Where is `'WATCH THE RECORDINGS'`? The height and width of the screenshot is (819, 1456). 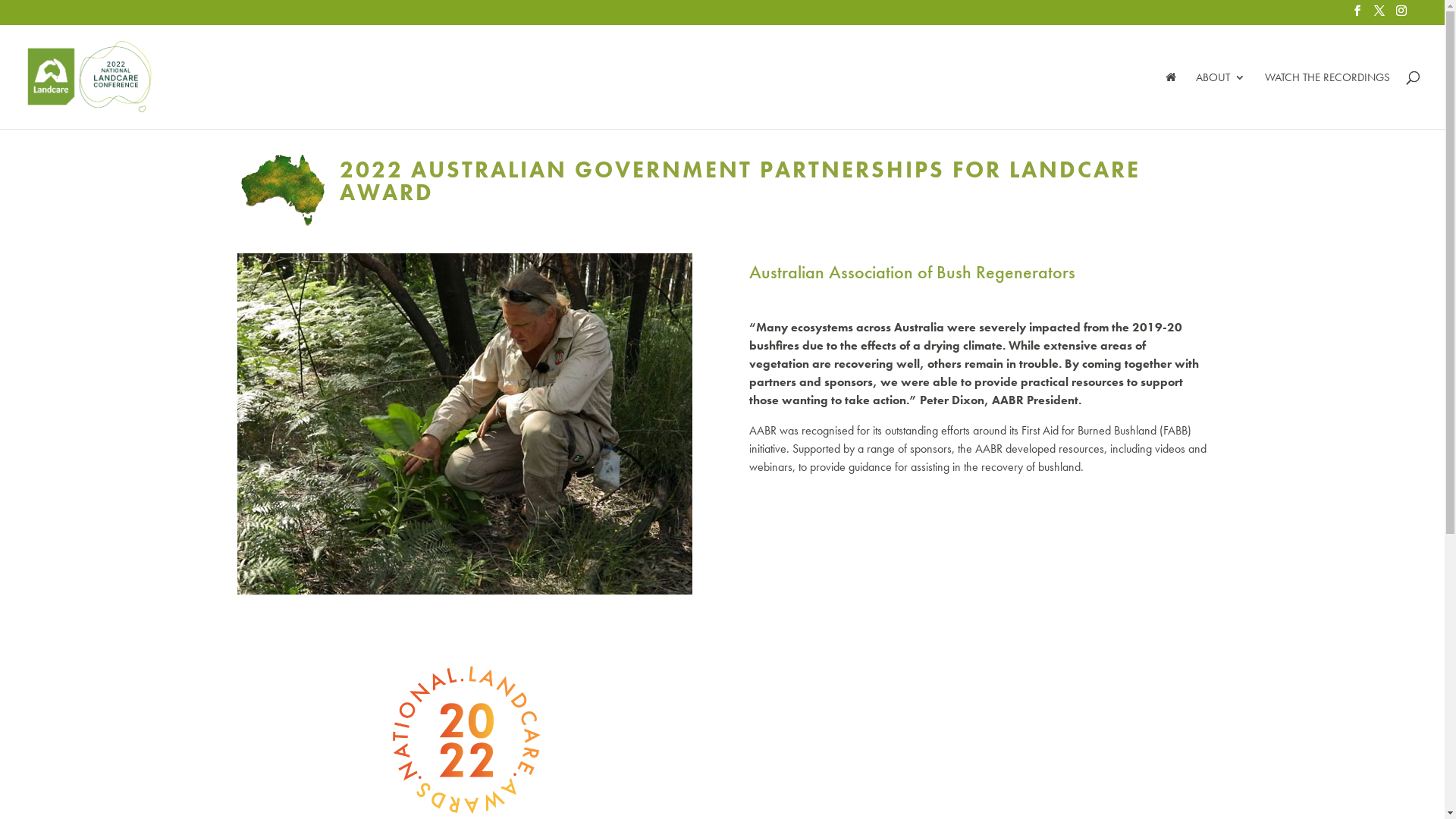
'WATCH THE RECORDINGS' is located at coordinates (1265, 99).